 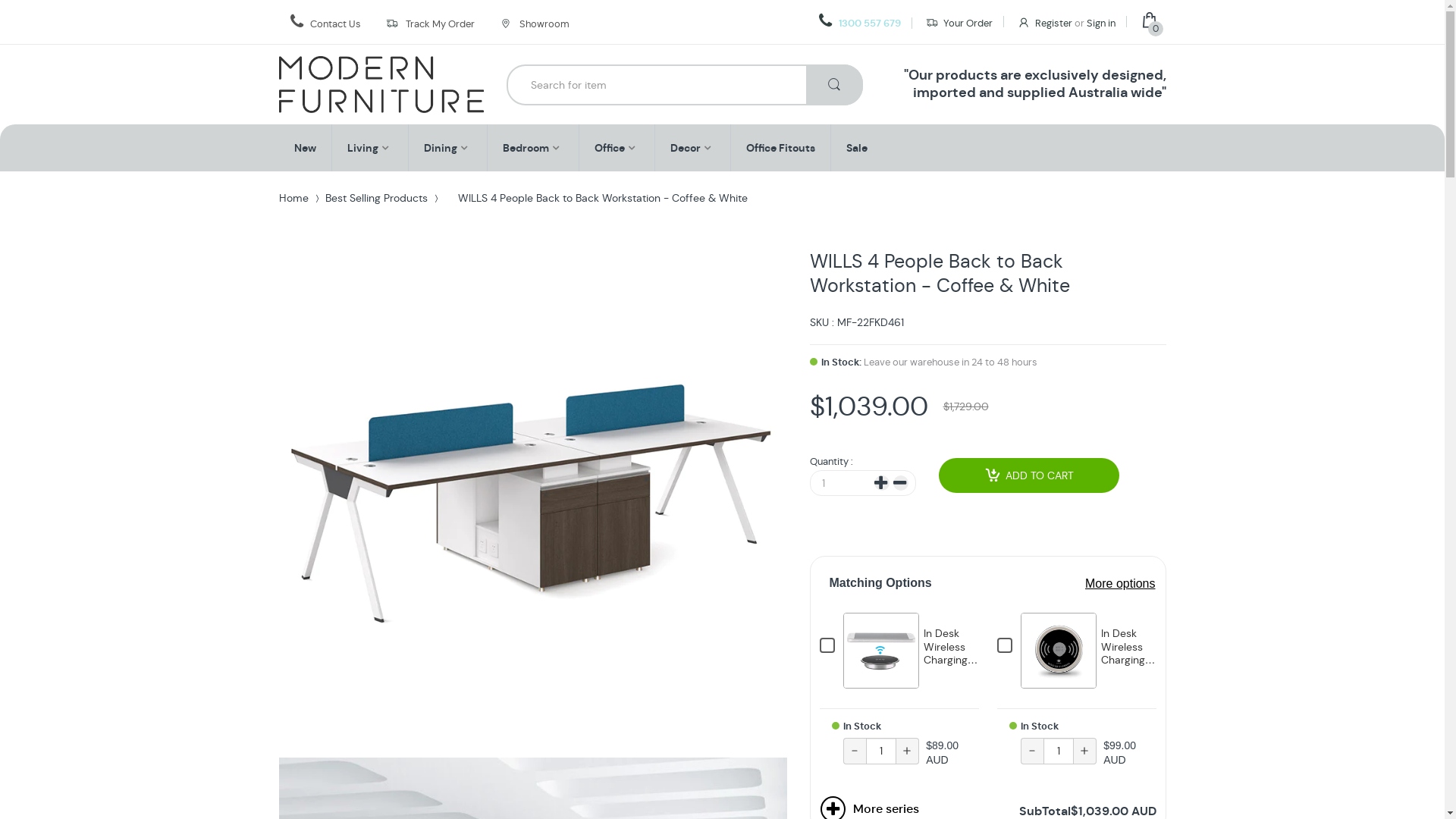 What do you see at coordinates (438, 24) in the screenshot?
I see `'Track My Order'` at bounding box center [438, 24].